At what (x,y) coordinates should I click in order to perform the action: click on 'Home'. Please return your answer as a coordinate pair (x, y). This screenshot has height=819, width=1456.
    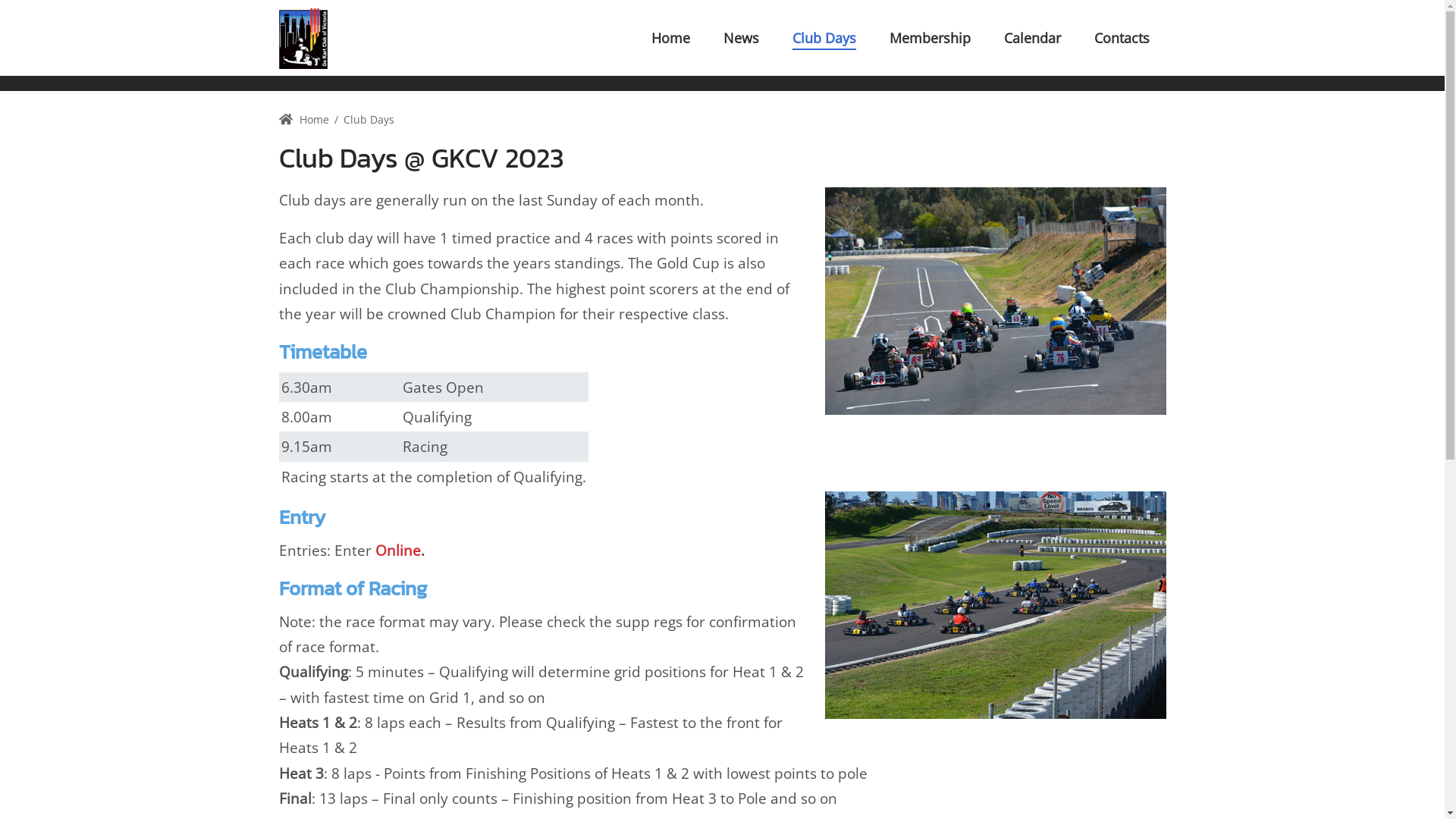
    Looking at the image, I should click on (669, 37).